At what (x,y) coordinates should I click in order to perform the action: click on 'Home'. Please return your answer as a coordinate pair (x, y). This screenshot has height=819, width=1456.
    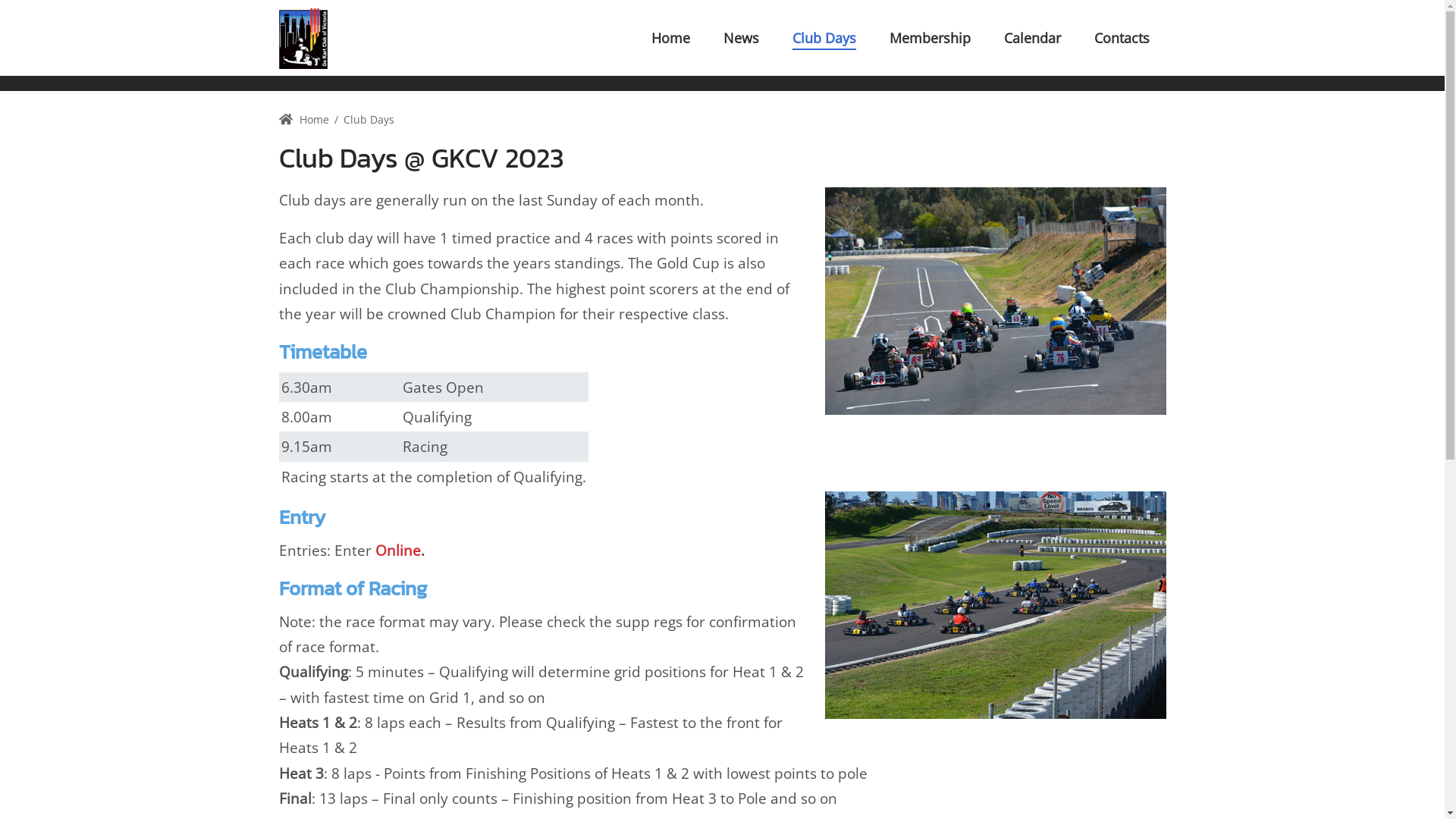
    Looking at the image, I should click on (669, 37).